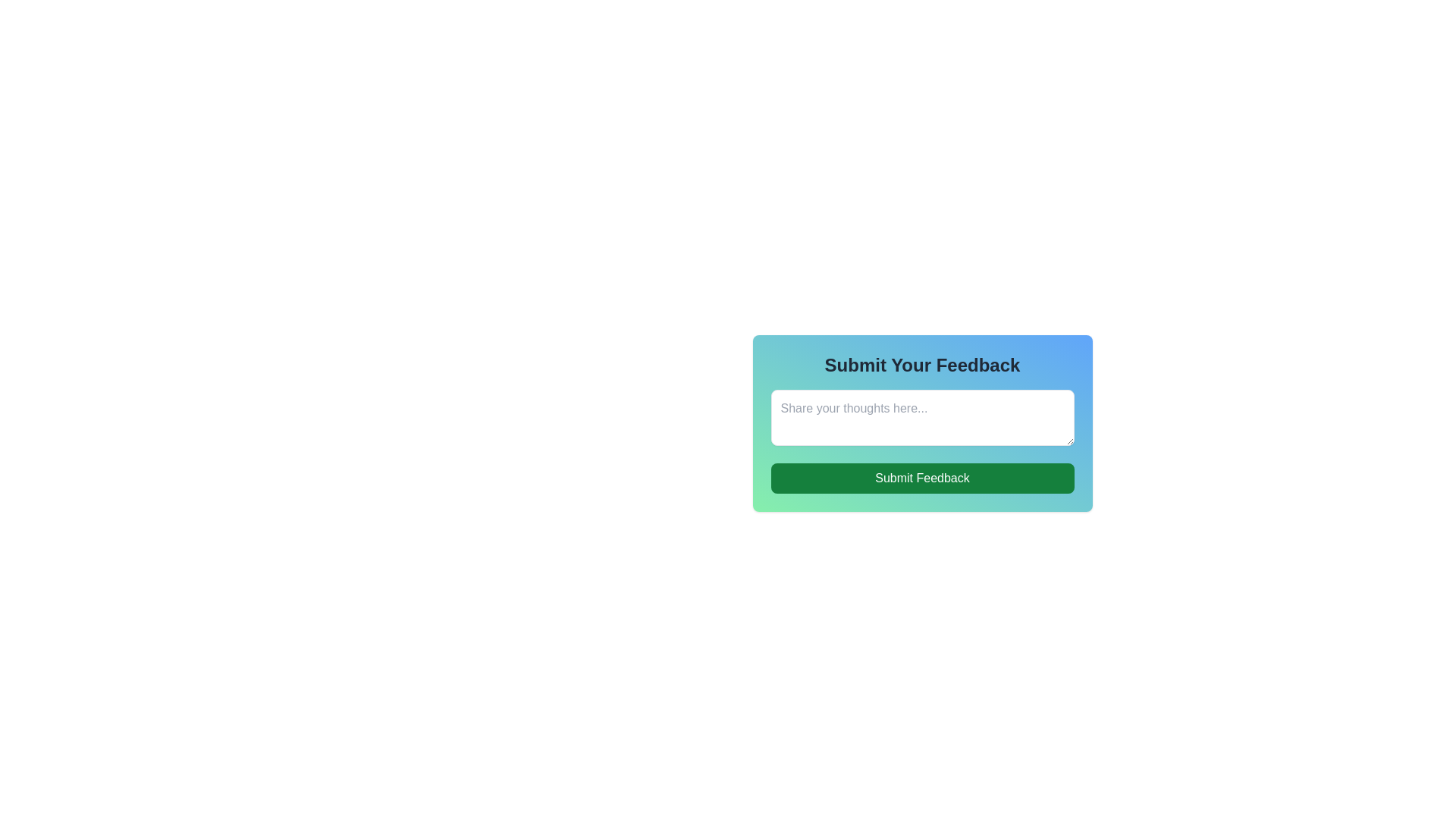  Describe the element at coordinates (921, 423) in the screenshot. I see `the Text Input Field located beneath the header 'Submit Your Feedback'` at that location.